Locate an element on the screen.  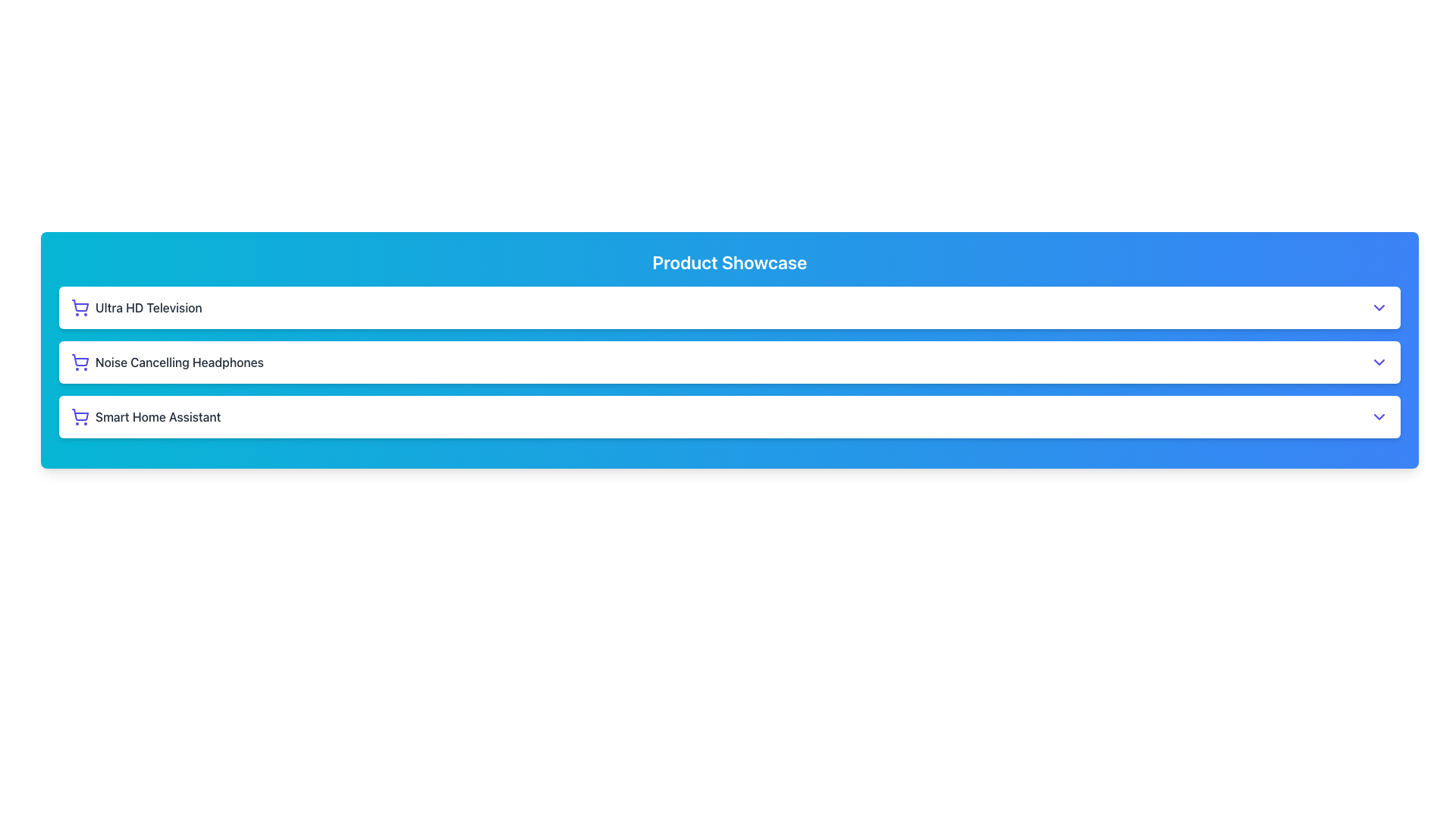
the indigo shopping cart icon, which is the first element in a horizontal group next to the text 'Noise Cancelling Headphones' is located at coordinates (79, 362).